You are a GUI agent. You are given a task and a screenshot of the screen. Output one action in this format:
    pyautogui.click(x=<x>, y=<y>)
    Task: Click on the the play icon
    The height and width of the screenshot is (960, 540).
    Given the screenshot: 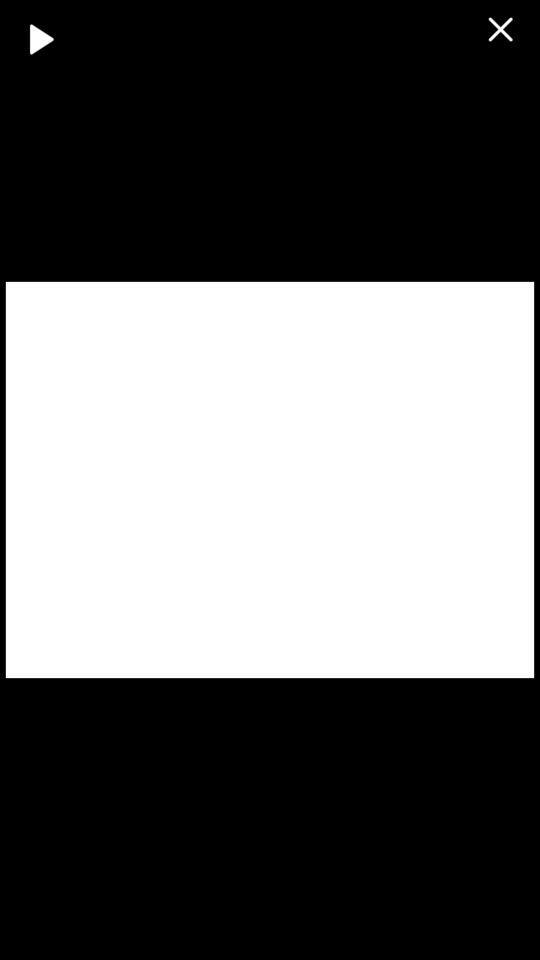 What is the action you would take?
    pyautogui.click(x=41, y=37)
    